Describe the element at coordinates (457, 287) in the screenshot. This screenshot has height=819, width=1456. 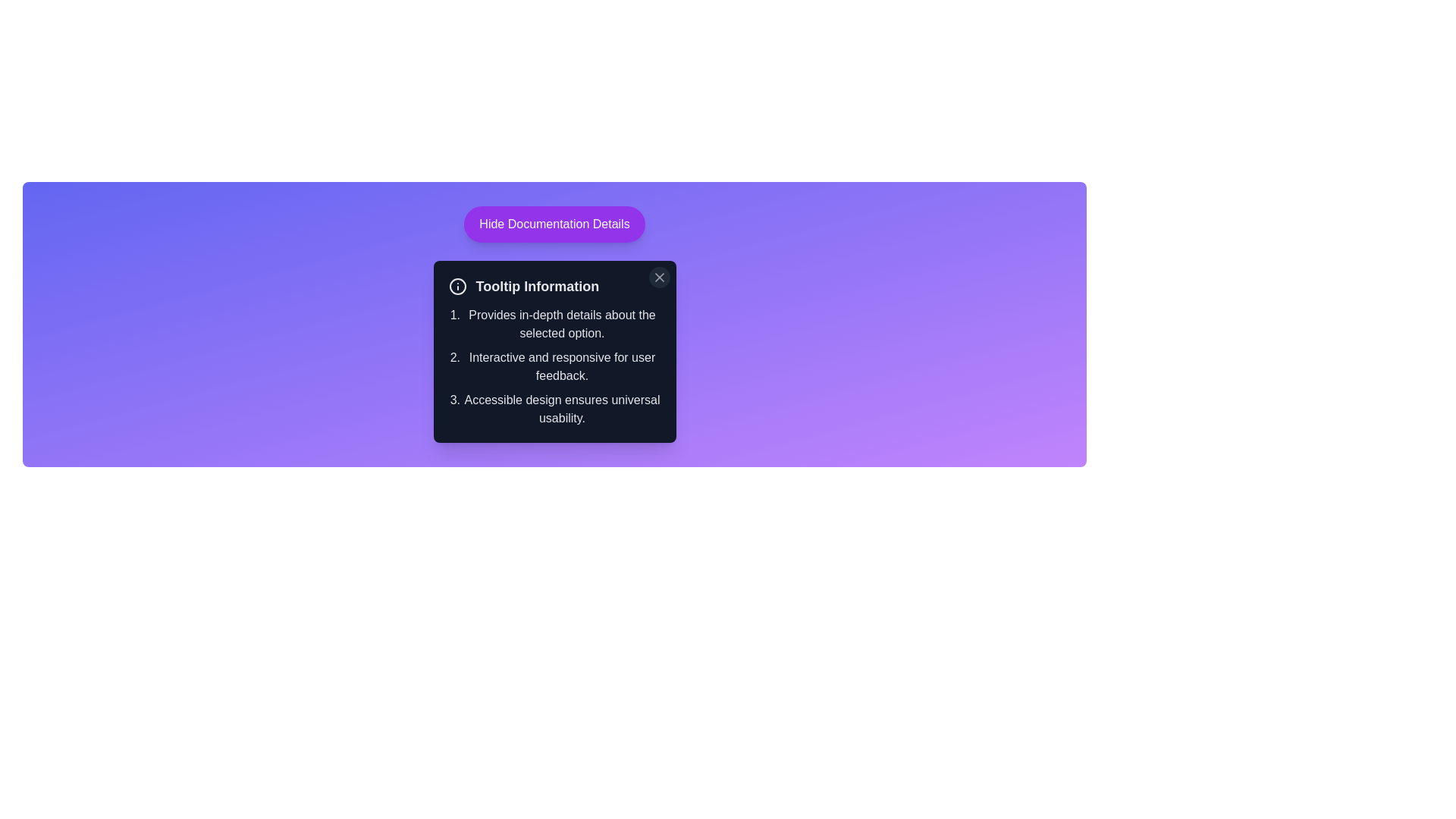
I see `the circular graphical element, which is a white-filled circle with a 10-unit radius located within the tooltip of an info icon` at that location.